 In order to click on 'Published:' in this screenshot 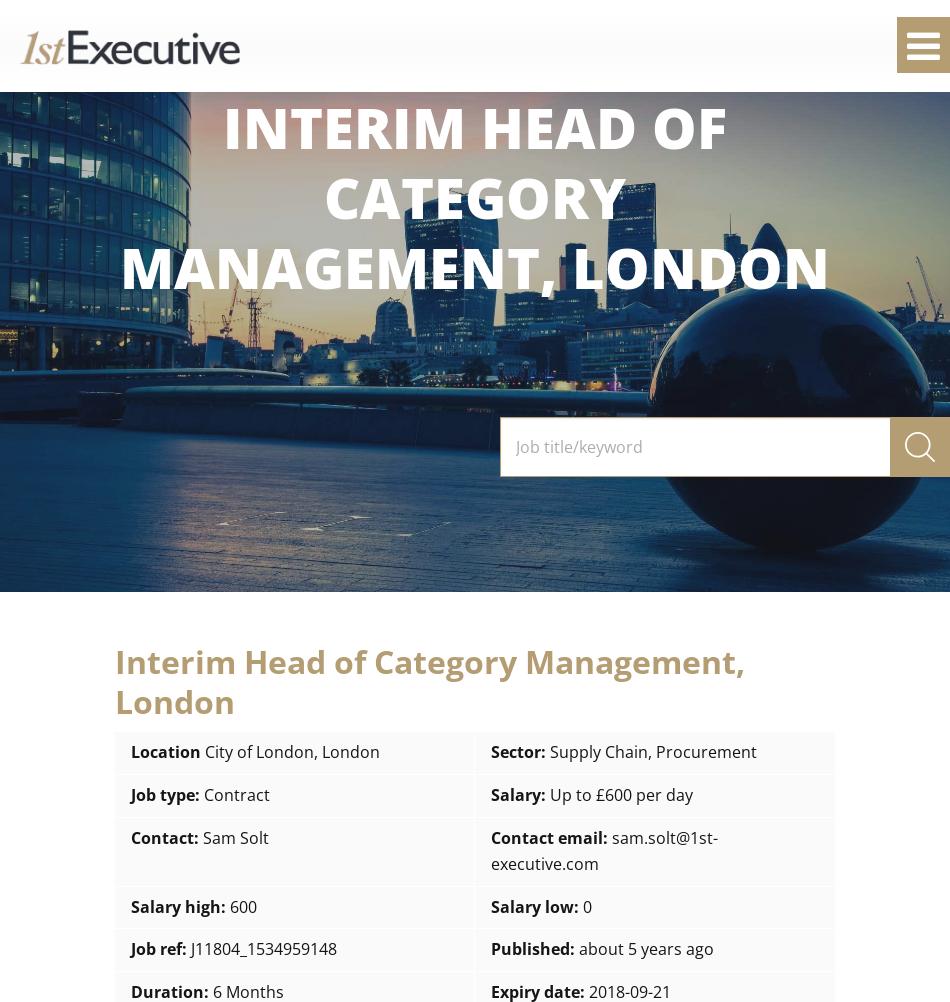, I will do `click(533, 947)`.